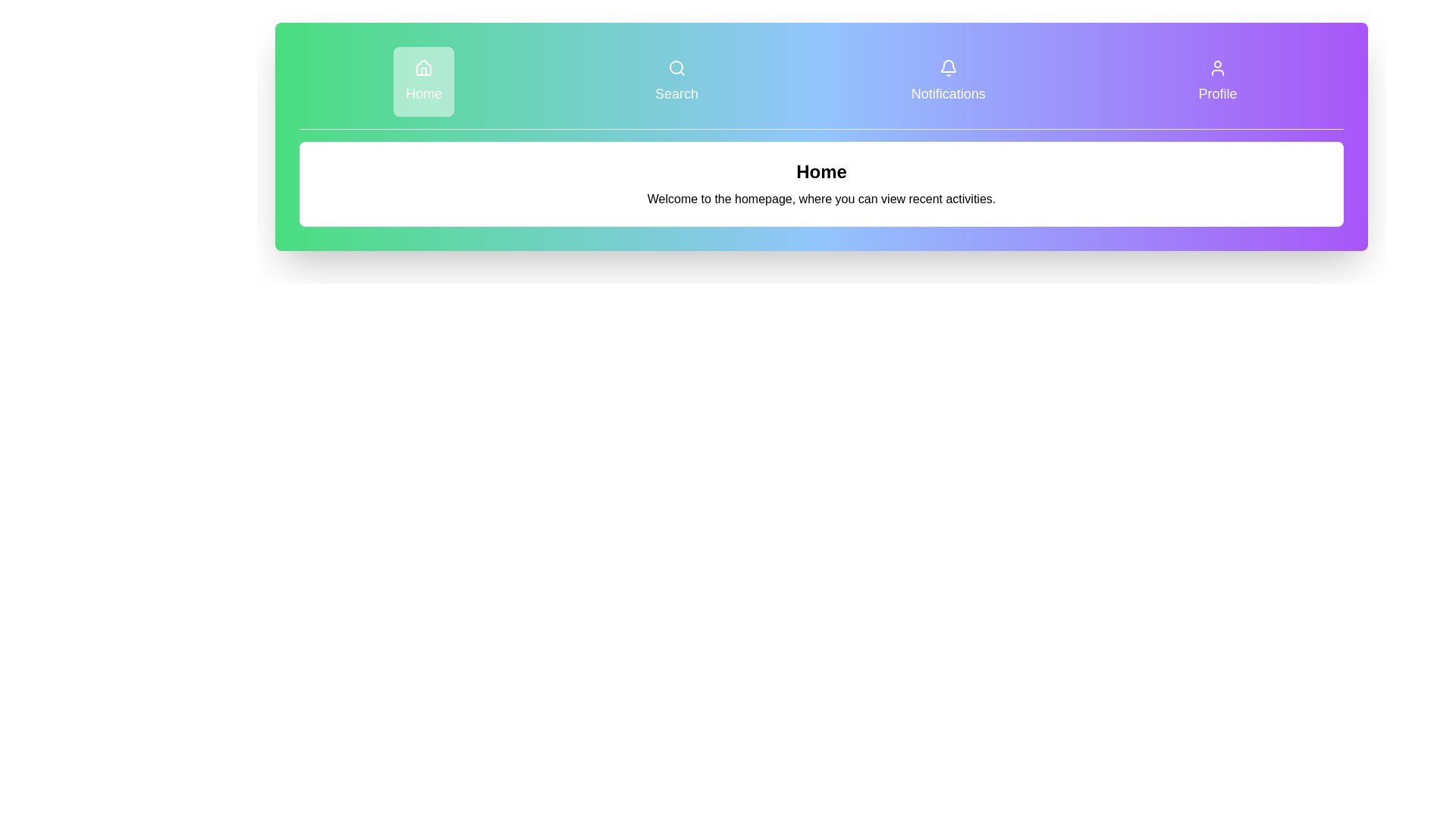 The height and width of the screenshot is (819, 1456). Describe the element at coordinates (948, 82) in the screenshot. I see `the tab labeled Notifications to navigate to it` at that location.